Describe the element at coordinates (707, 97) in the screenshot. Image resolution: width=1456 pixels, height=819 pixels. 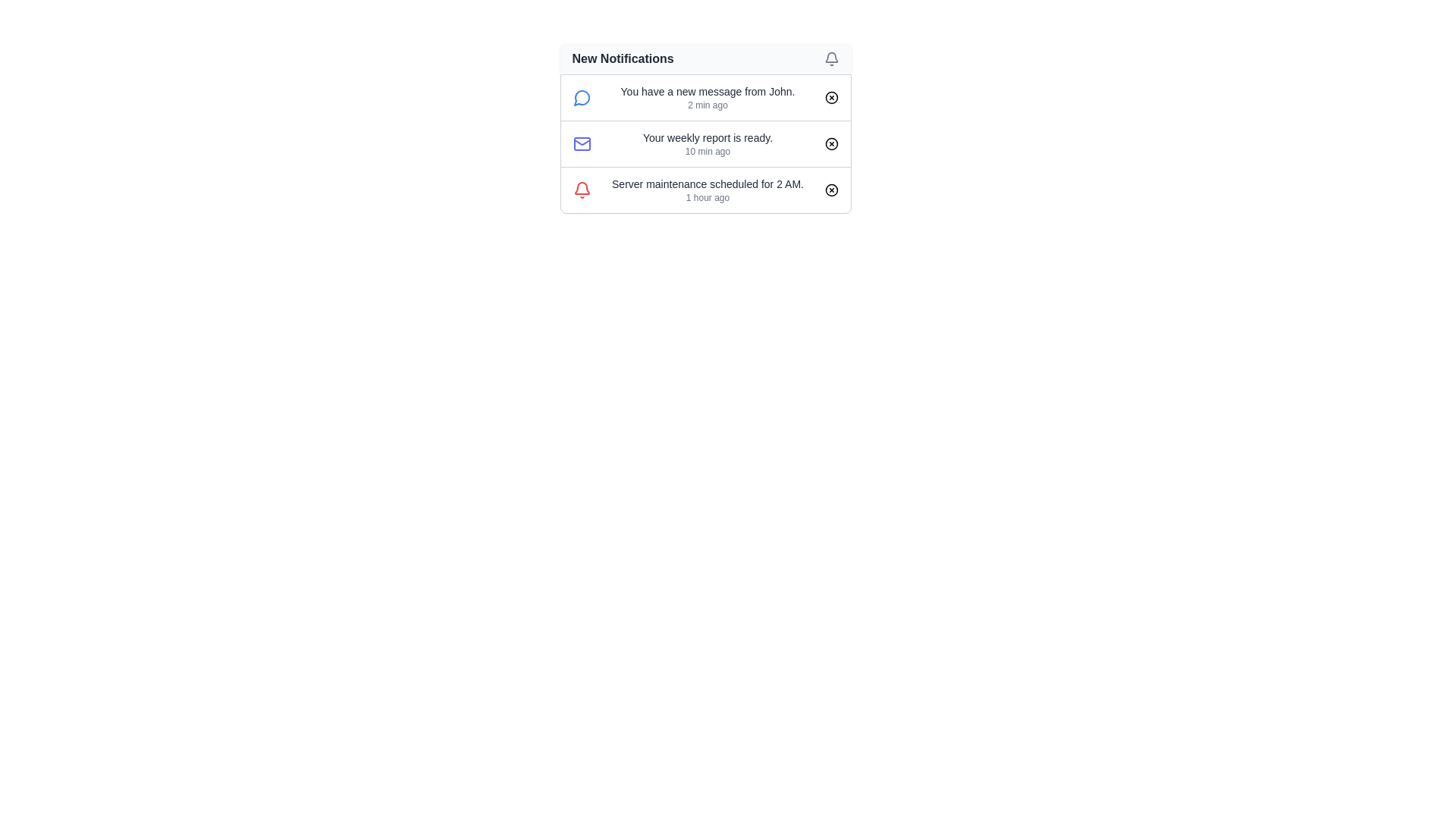
I see `the first notification item labeled 'You have a new message from John.'` at that location.